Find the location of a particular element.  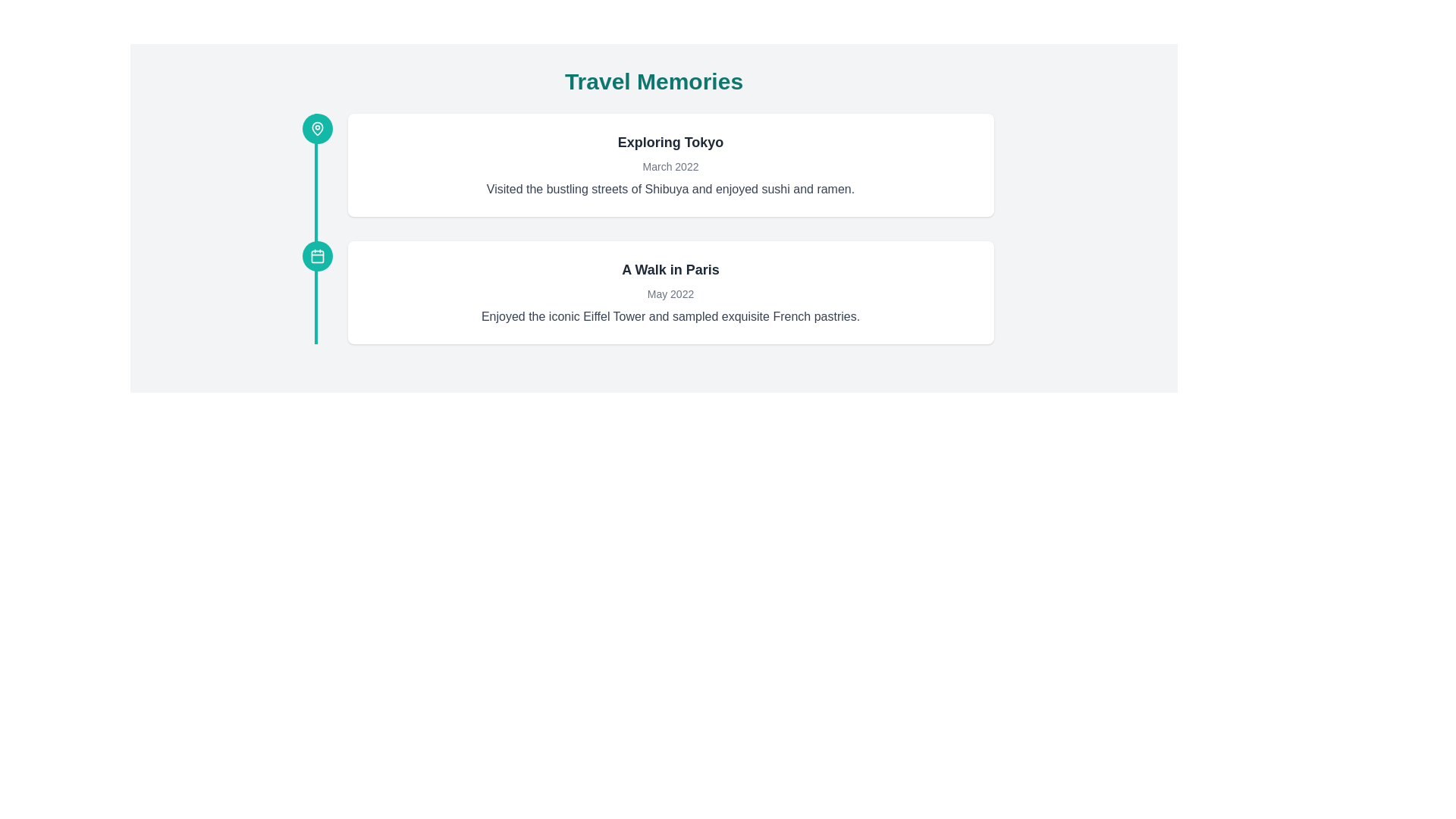

descriptive text element located under the subtitle 'May 2022' of the timeline entry titled 'A Walk in Paris' is located at coordinates (670, 315).